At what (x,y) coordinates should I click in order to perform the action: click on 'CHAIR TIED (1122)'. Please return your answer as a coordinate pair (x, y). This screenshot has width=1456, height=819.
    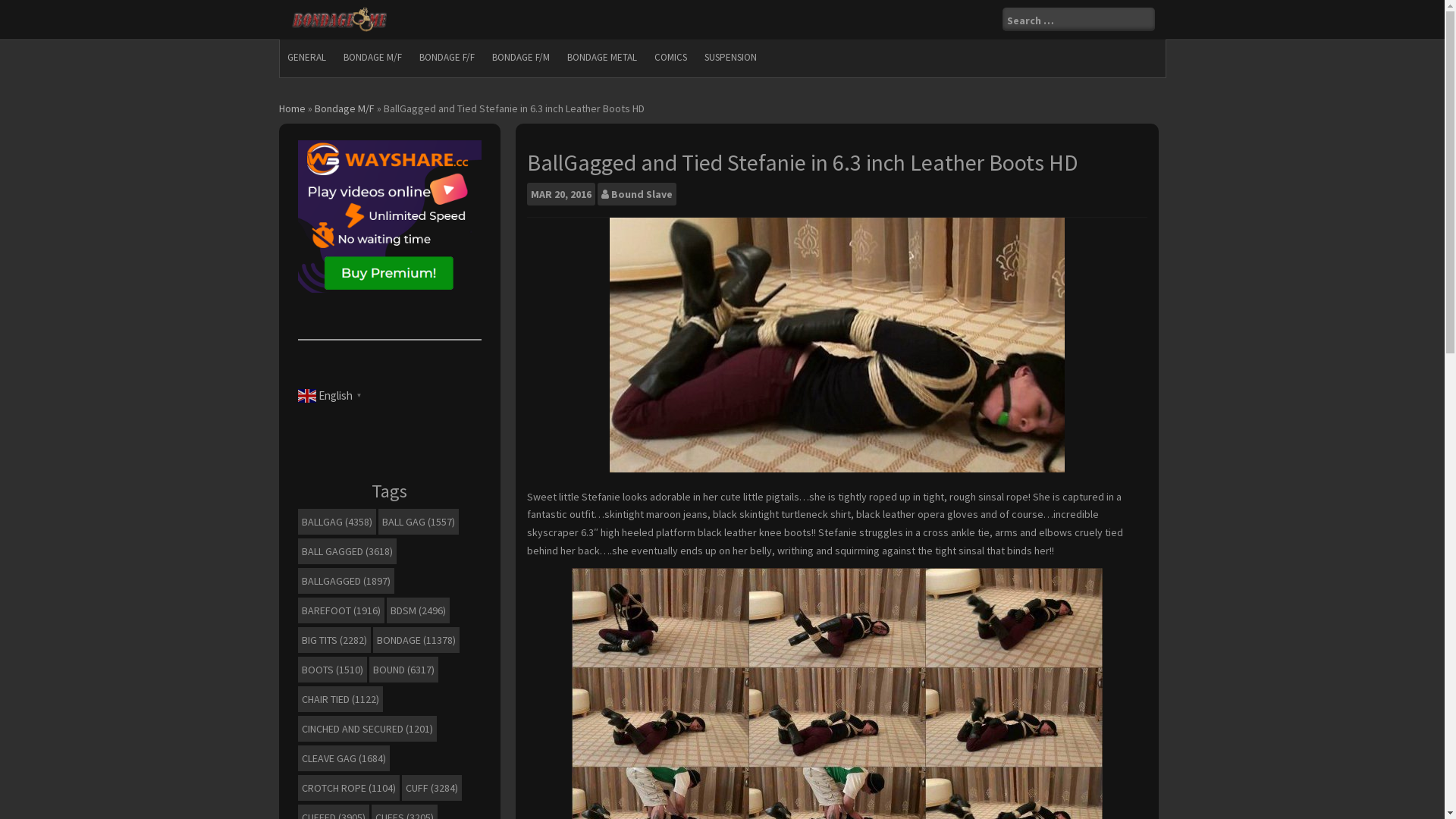
    Looking at the image, I should click on (338, 698).